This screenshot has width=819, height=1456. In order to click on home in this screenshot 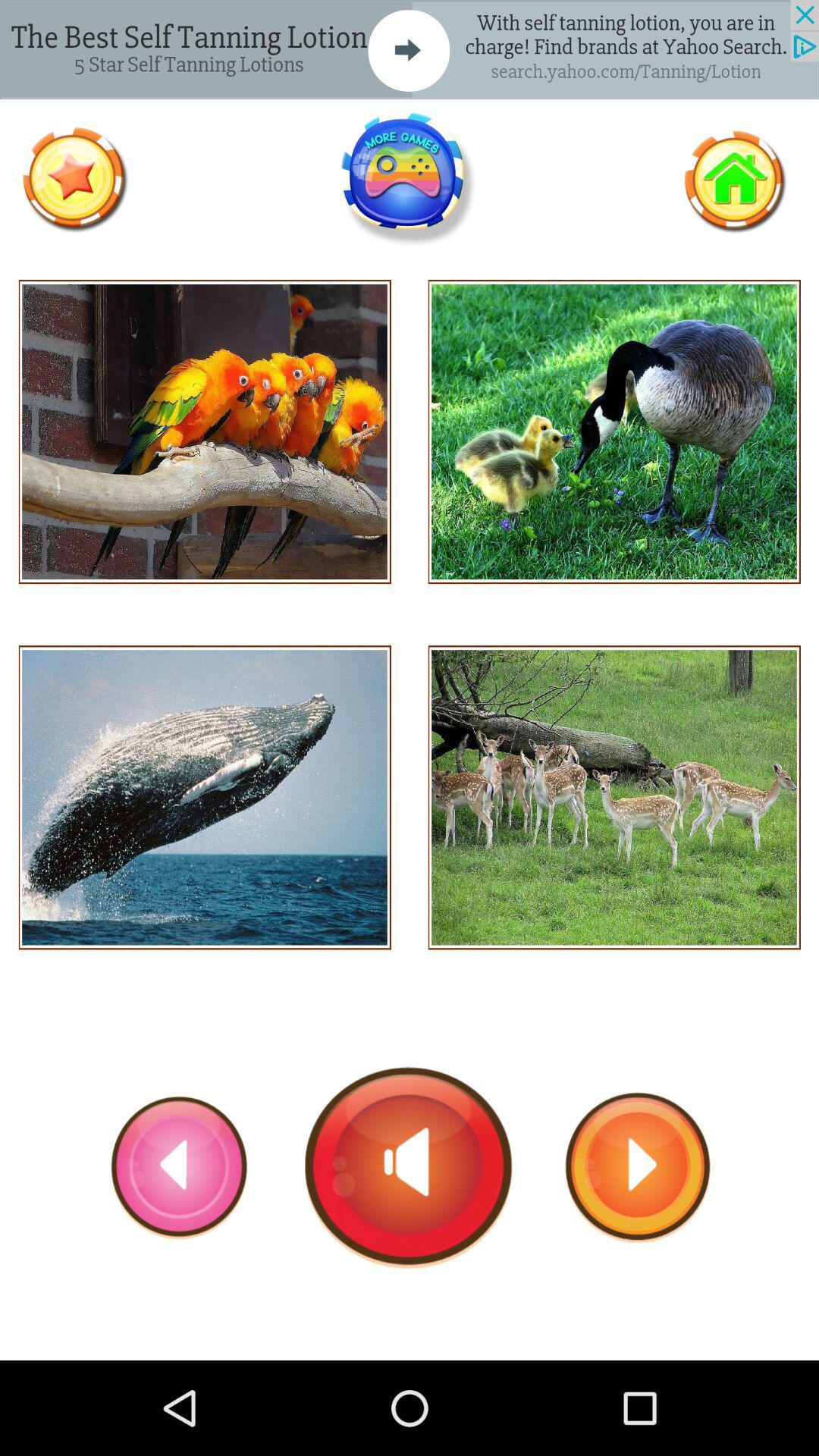, I will do `click(733, 179)`.